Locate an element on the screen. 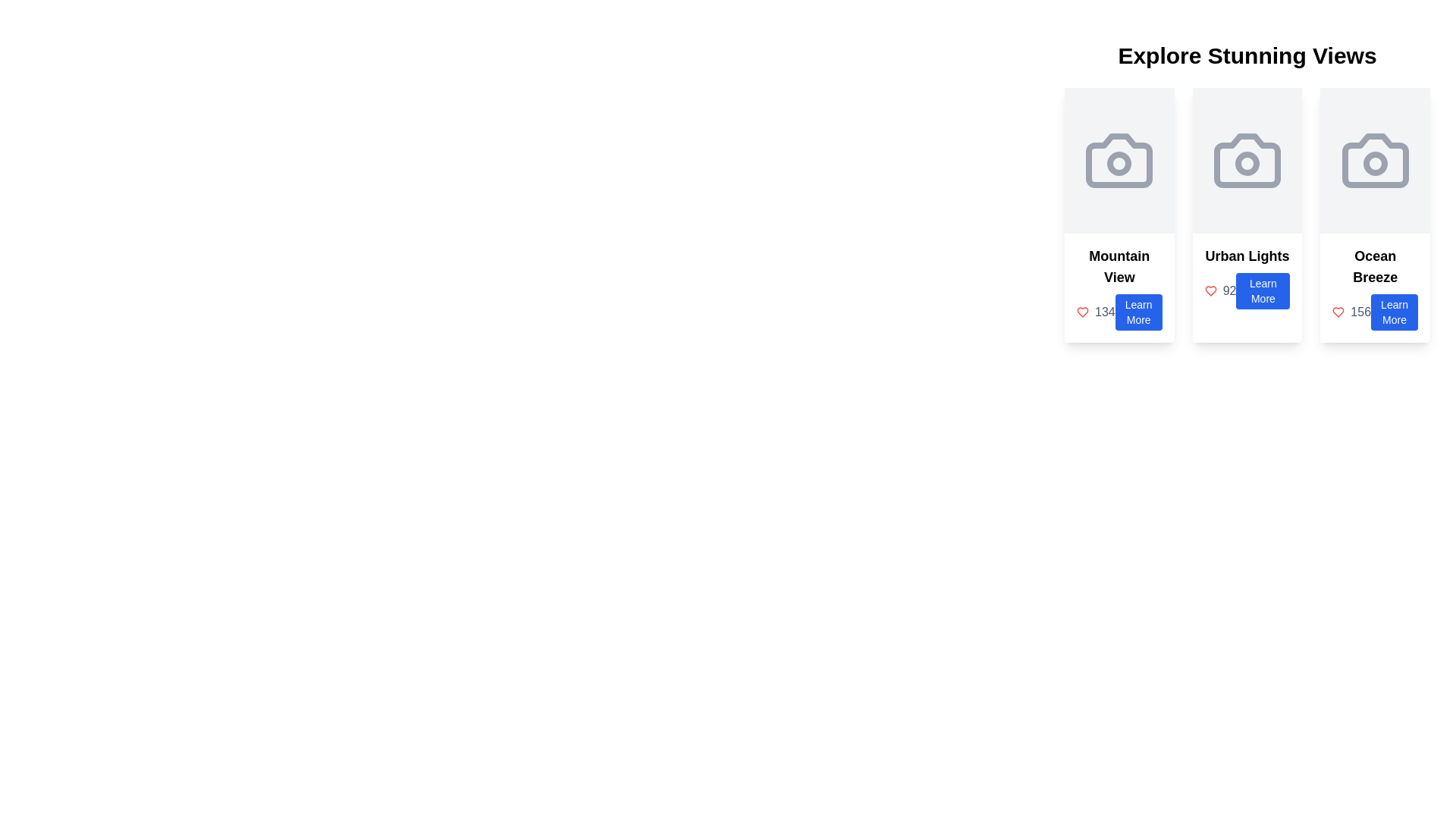 This screenshot has width=1456, height=819. the small circular shape that forms the inner lens of the camera graphic in the 'Ocean Breeze' card, which has a gray outline is located at coordinates (1375, 164).